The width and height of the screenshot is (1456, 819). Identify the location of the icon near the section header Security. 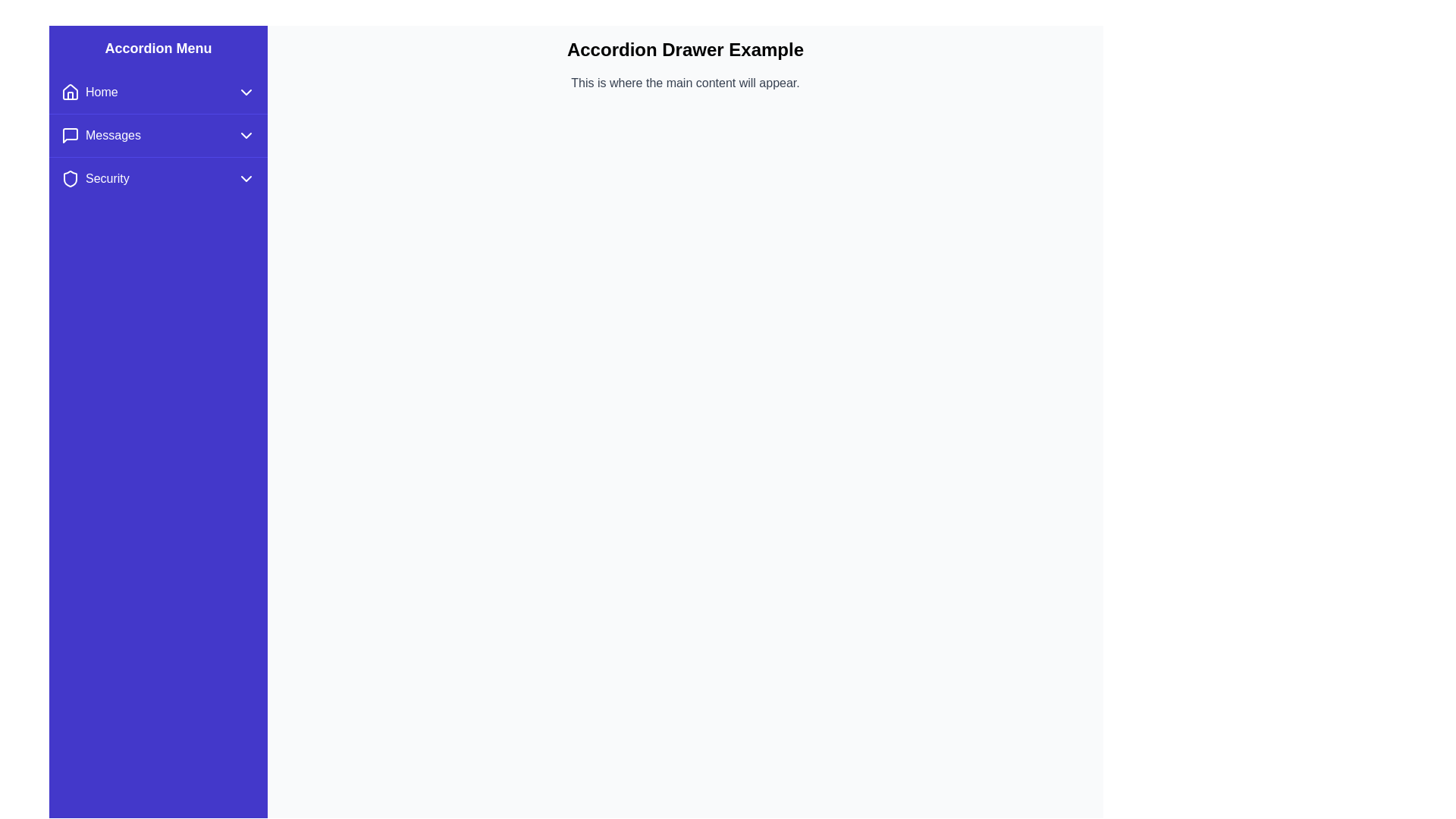
(69, 177).